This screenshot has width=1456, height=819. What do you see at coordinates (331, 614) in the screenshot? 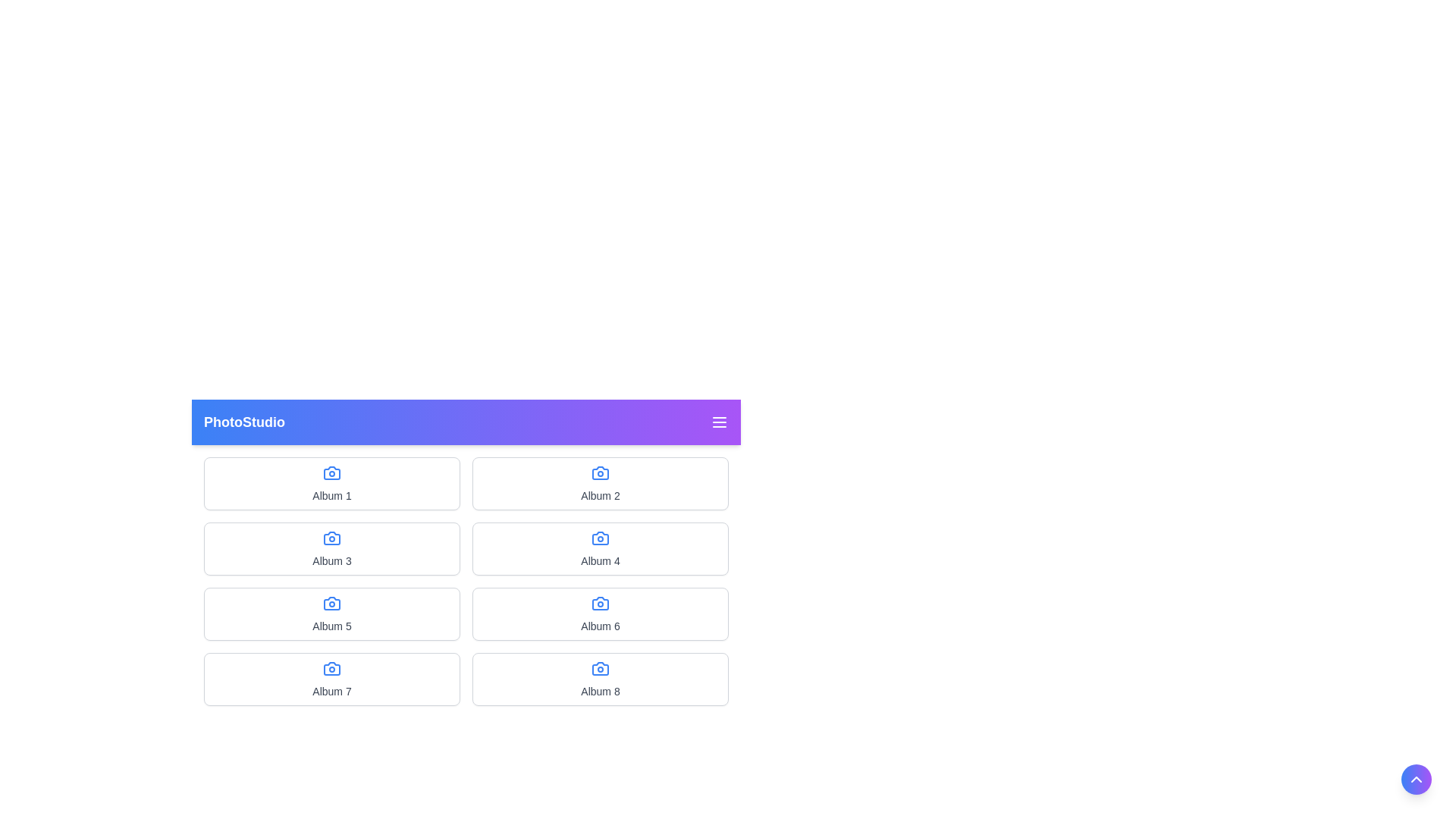
I see `the leftmost album card in the third row of the grid layout, which contains a camera icon and the label 'Album 5'` at bounding box center [331, 614].